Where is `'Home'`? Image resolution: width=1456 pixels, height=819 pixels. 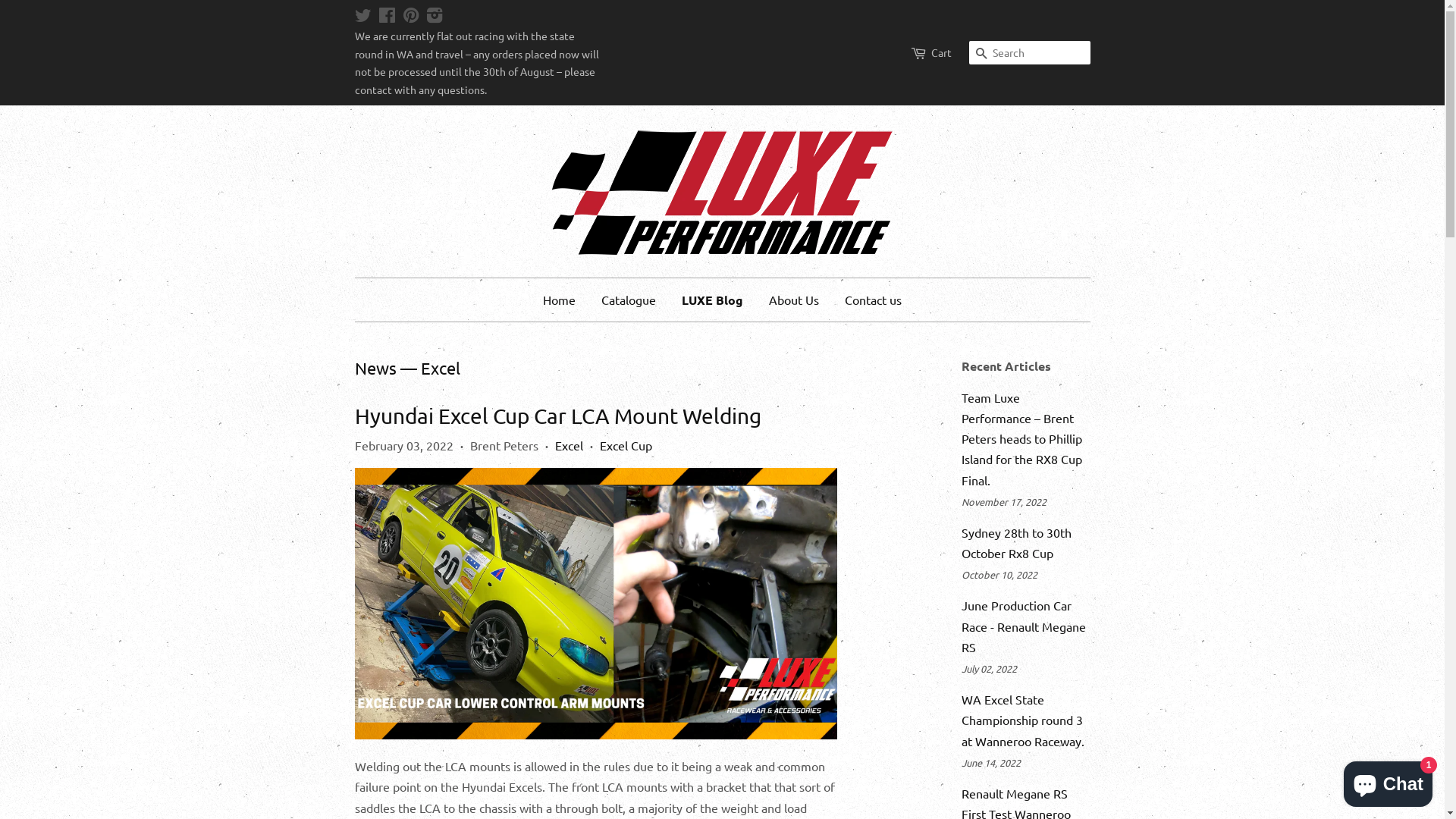
'Home' is located at coordinates (563, 300).